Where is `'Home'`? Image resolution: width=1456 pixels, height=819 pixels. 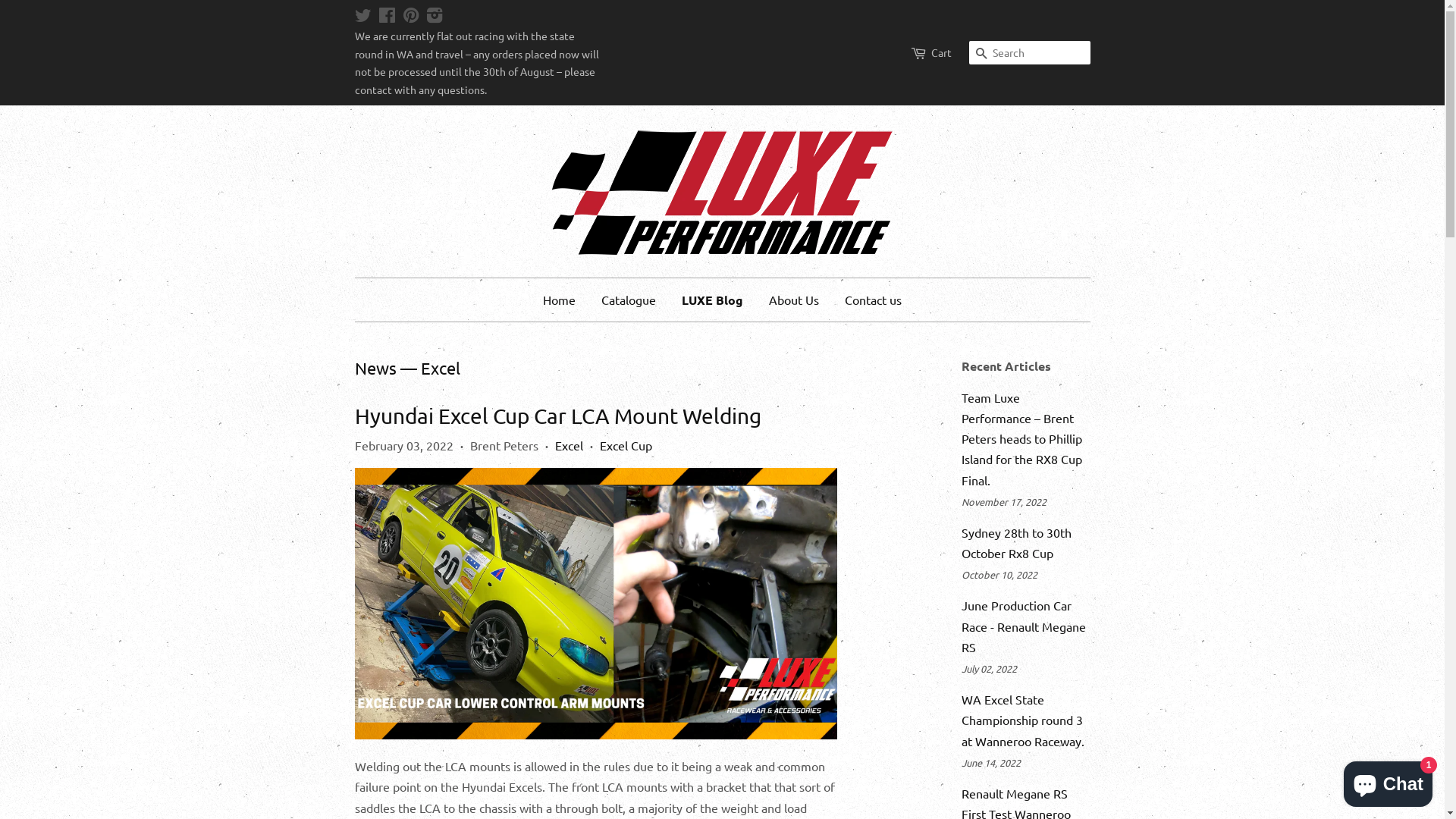
'Home' is located at coordinates (563, 300).